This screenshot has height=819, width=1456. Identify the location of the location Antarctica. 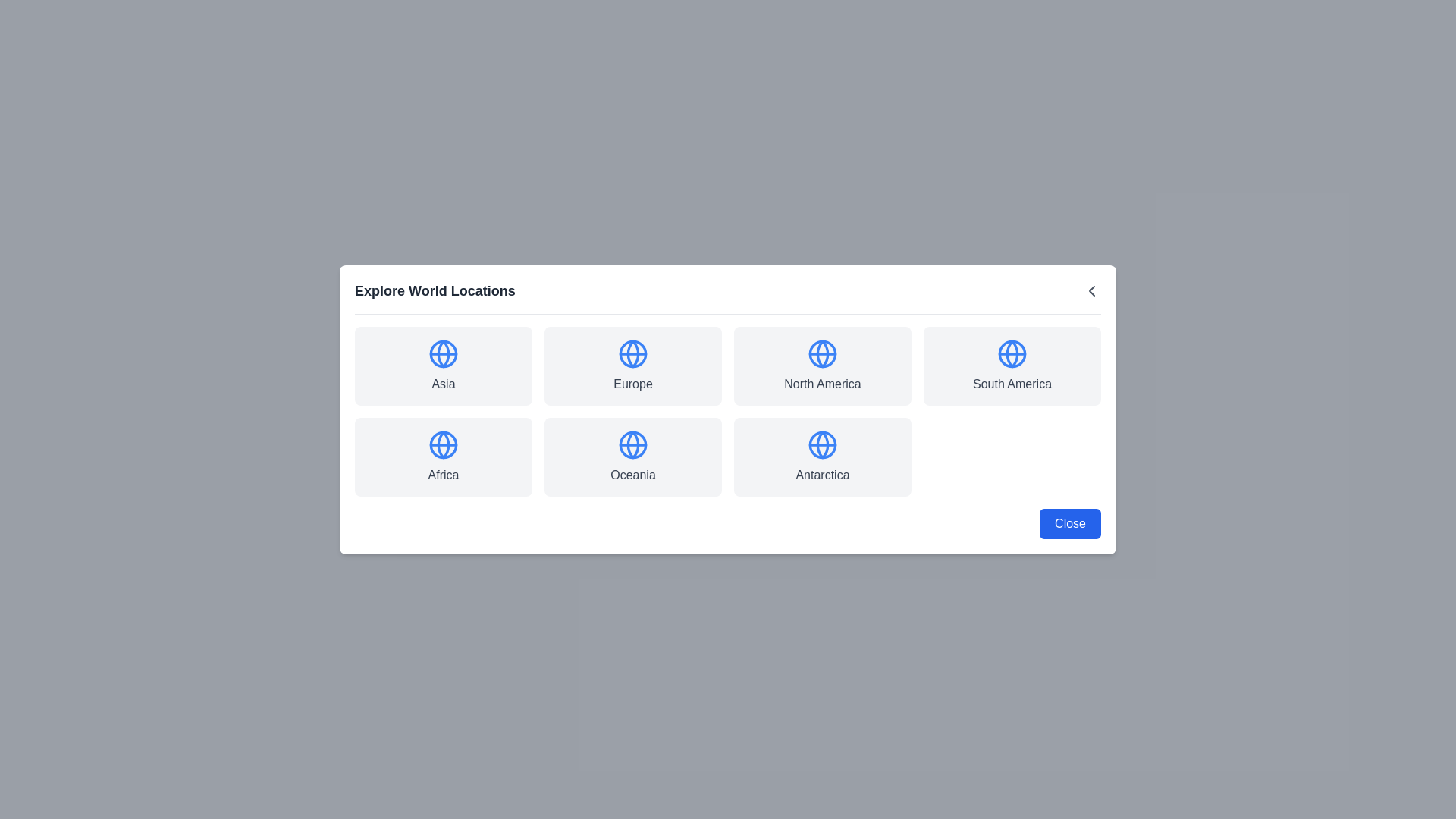
(821, 456).